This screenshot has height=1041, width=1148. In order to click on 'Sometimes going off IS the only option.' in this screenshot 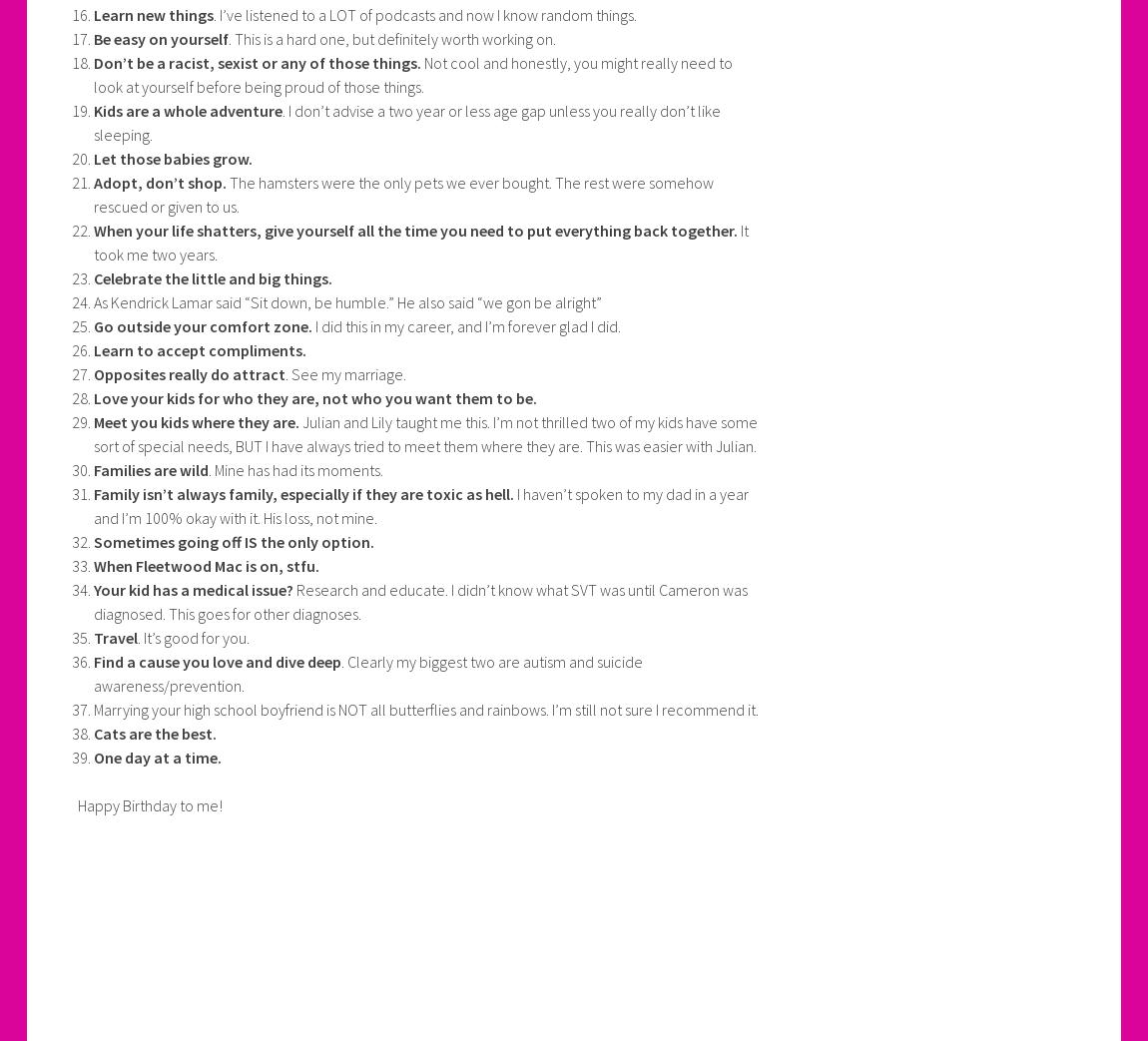, I will do `click(232, 541)`.